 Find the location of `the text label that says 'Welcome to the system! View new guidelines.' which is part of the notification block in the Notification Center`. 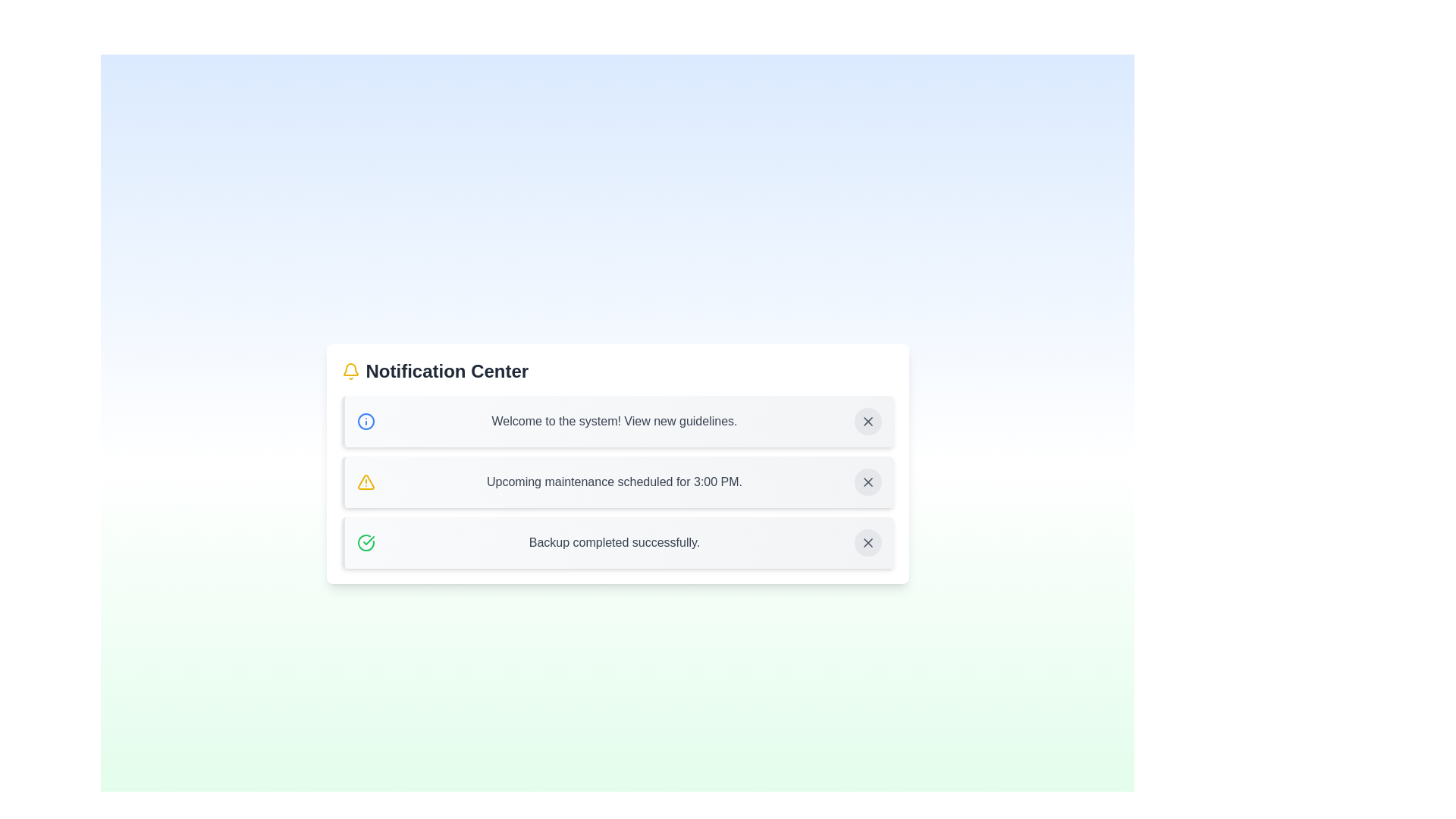

the text label that says 'Welcome to the system! View new guidelines.' which is part of the notification block in the Notification Center is located at coordinates (614, 421).